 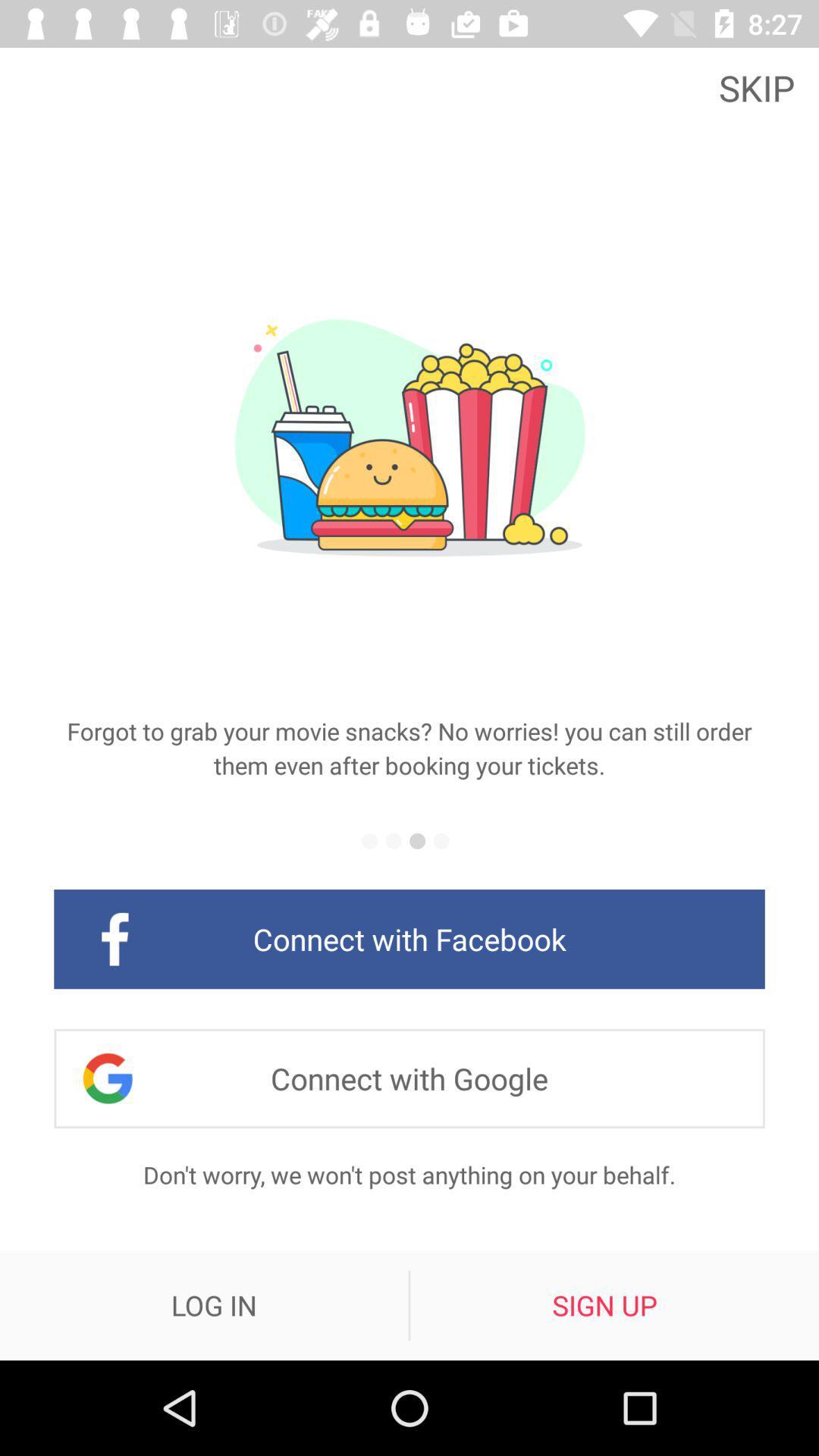 I want to click on skip icon, so click(x=761, y=86).